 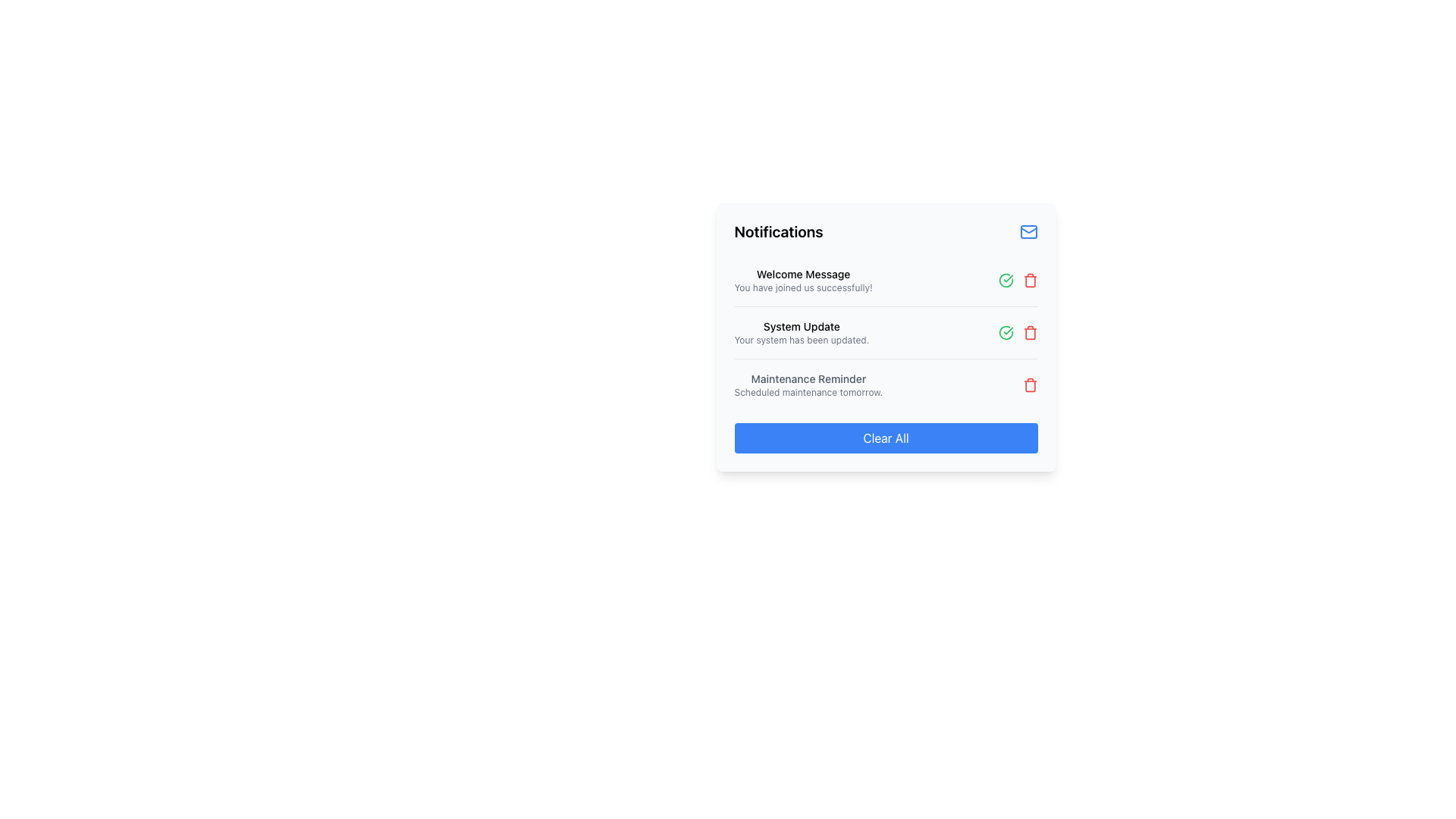 What do you see at coordinates (801, 332) in the screenshot?
I see `the 'System Update' notification text which contains the message 'Your system has been updated.'` at bounding box center [801, 332].